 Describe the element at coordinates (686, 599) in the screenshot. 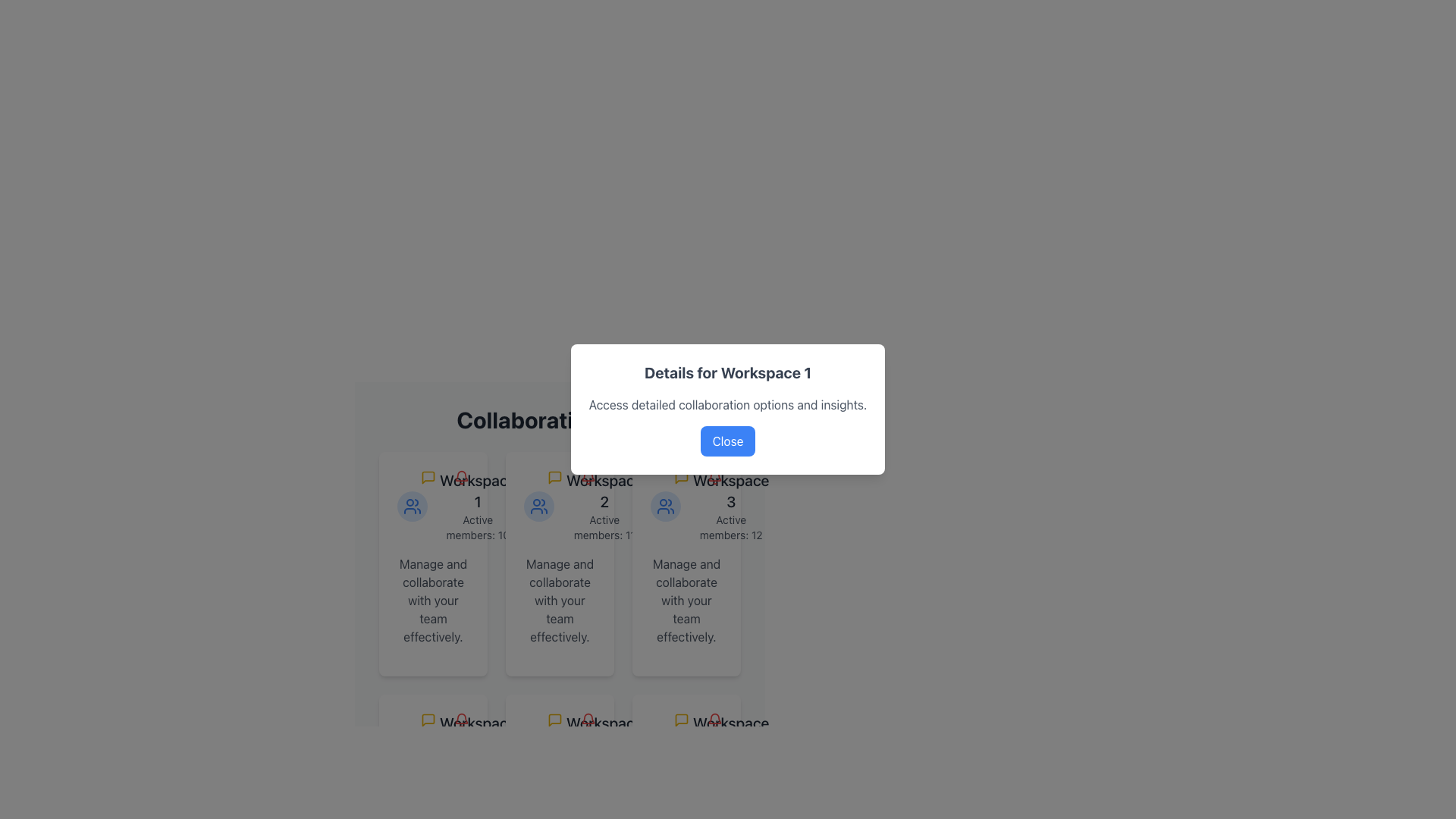

I see `the text label that reads 'Manage and collaborate with your team effectively.' located in the lower part of the 'Workspace 3' card, below 'Active members: 12'` at that location.